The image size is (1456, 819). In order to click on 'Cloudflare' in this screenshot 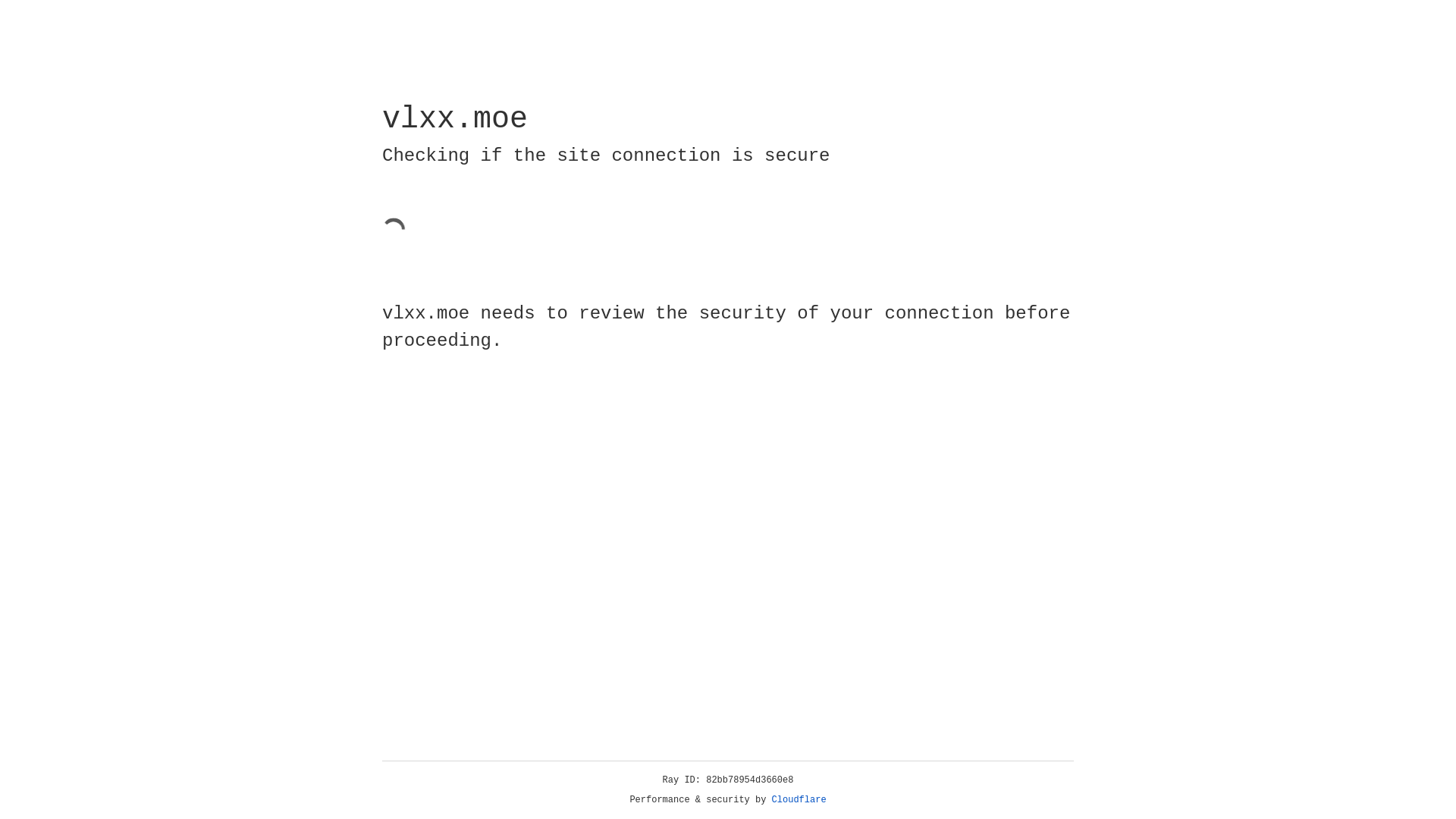, I will do `click(799, 799)`.